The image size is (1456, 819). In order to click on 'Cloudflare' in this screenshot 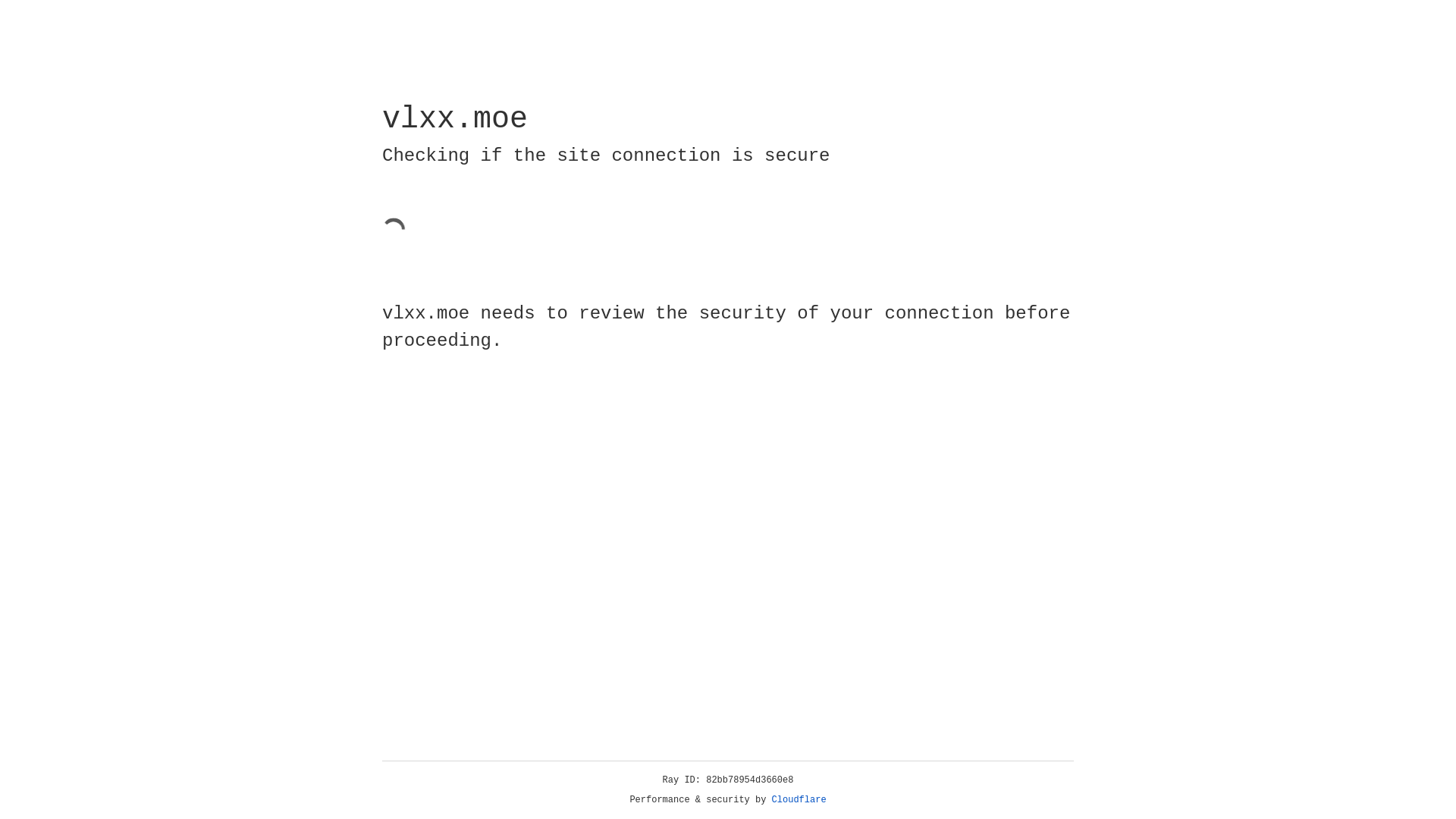, I will do `click(799, 799)`.